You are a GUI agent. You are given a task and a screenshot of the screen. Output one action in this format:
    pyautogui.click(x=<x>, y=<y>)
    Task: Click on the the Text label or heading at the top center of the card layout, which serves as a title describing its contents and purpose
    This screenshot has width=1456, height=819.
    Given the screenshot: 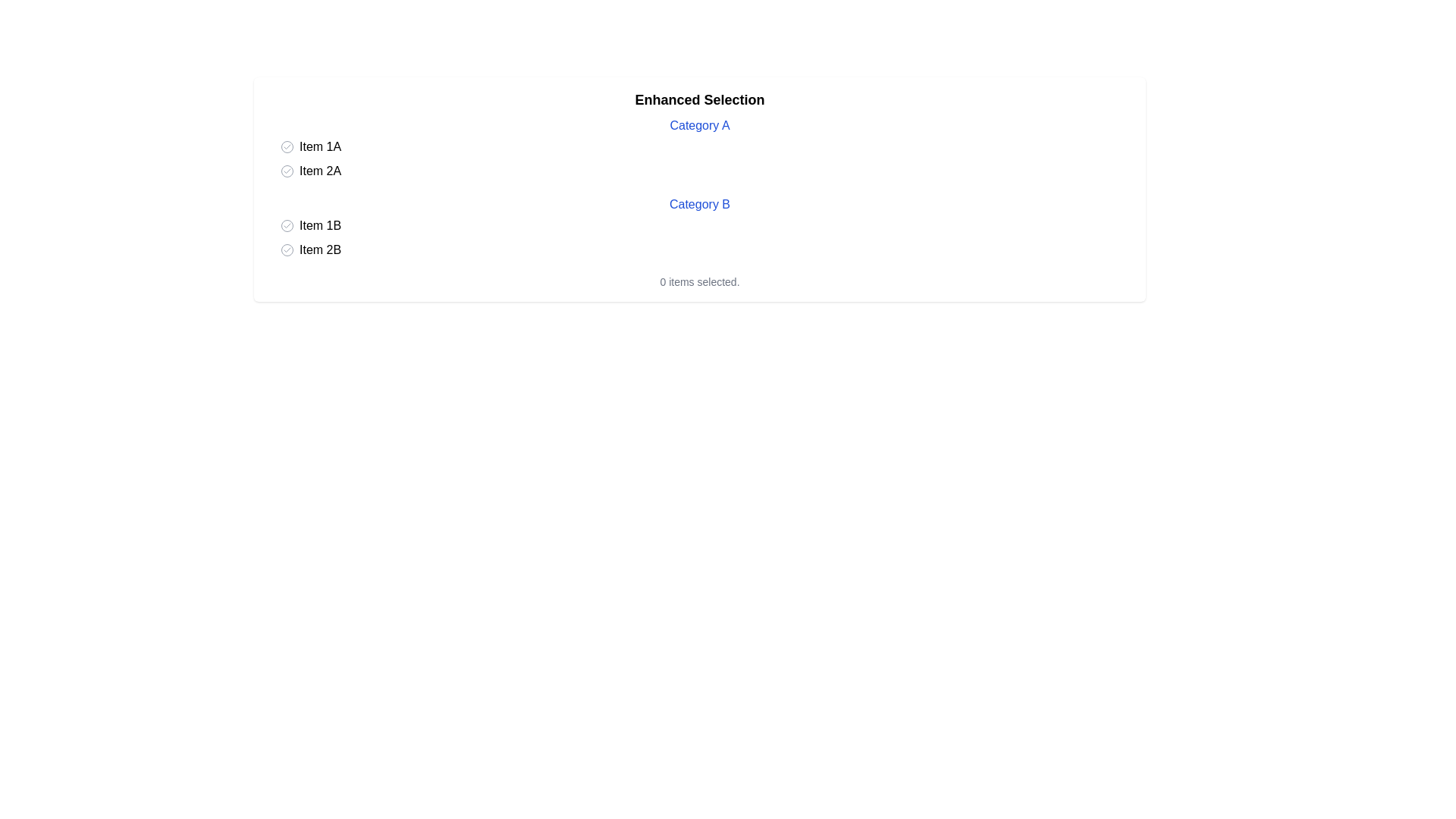 What is the action you would take?
    pyautogui.click(x=698, y=99)
    